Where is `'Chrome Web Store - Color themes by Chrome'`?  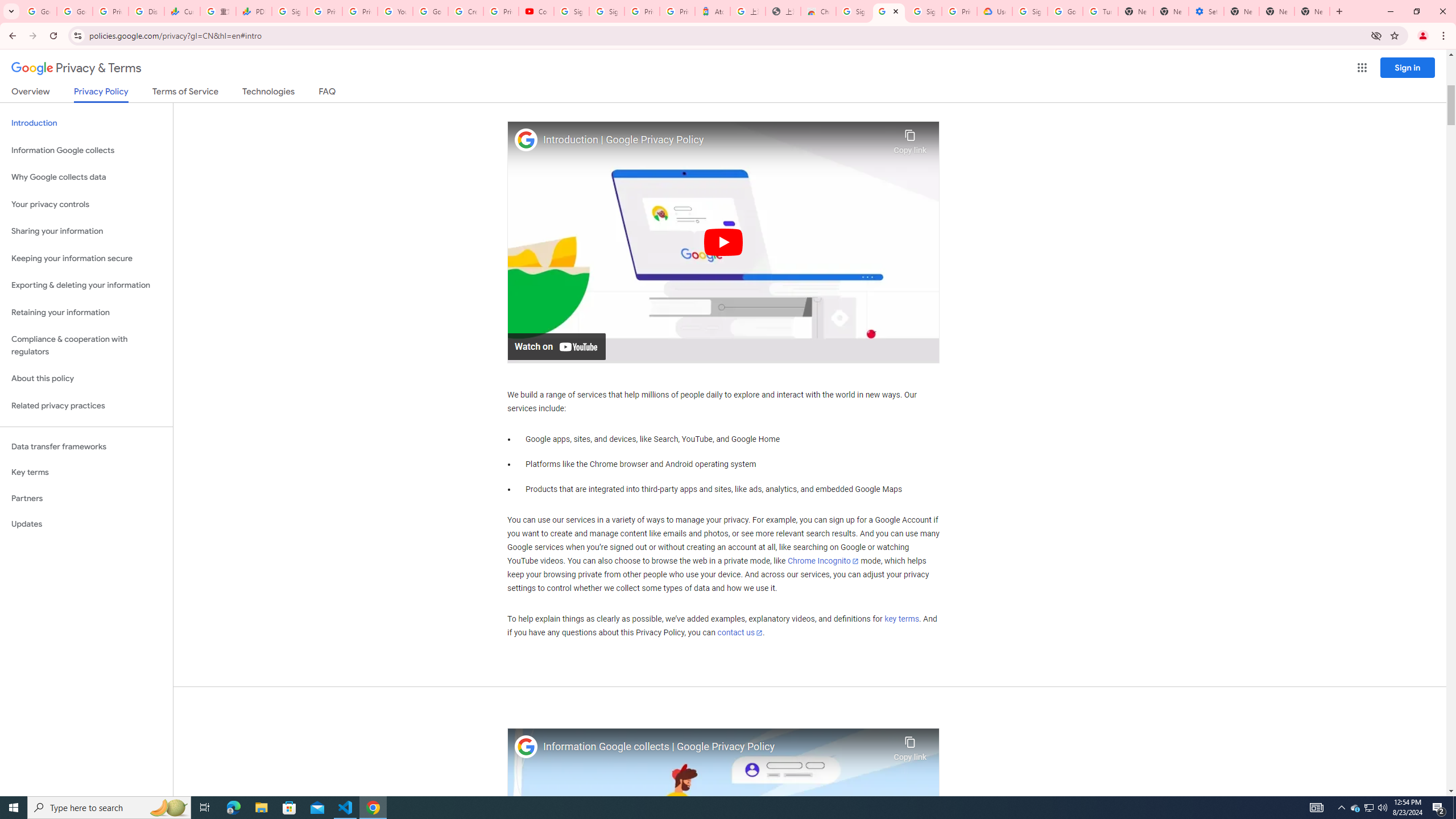 'Chrome Web Store - Color themes by Chrome' is located at coordinates (818, 11).